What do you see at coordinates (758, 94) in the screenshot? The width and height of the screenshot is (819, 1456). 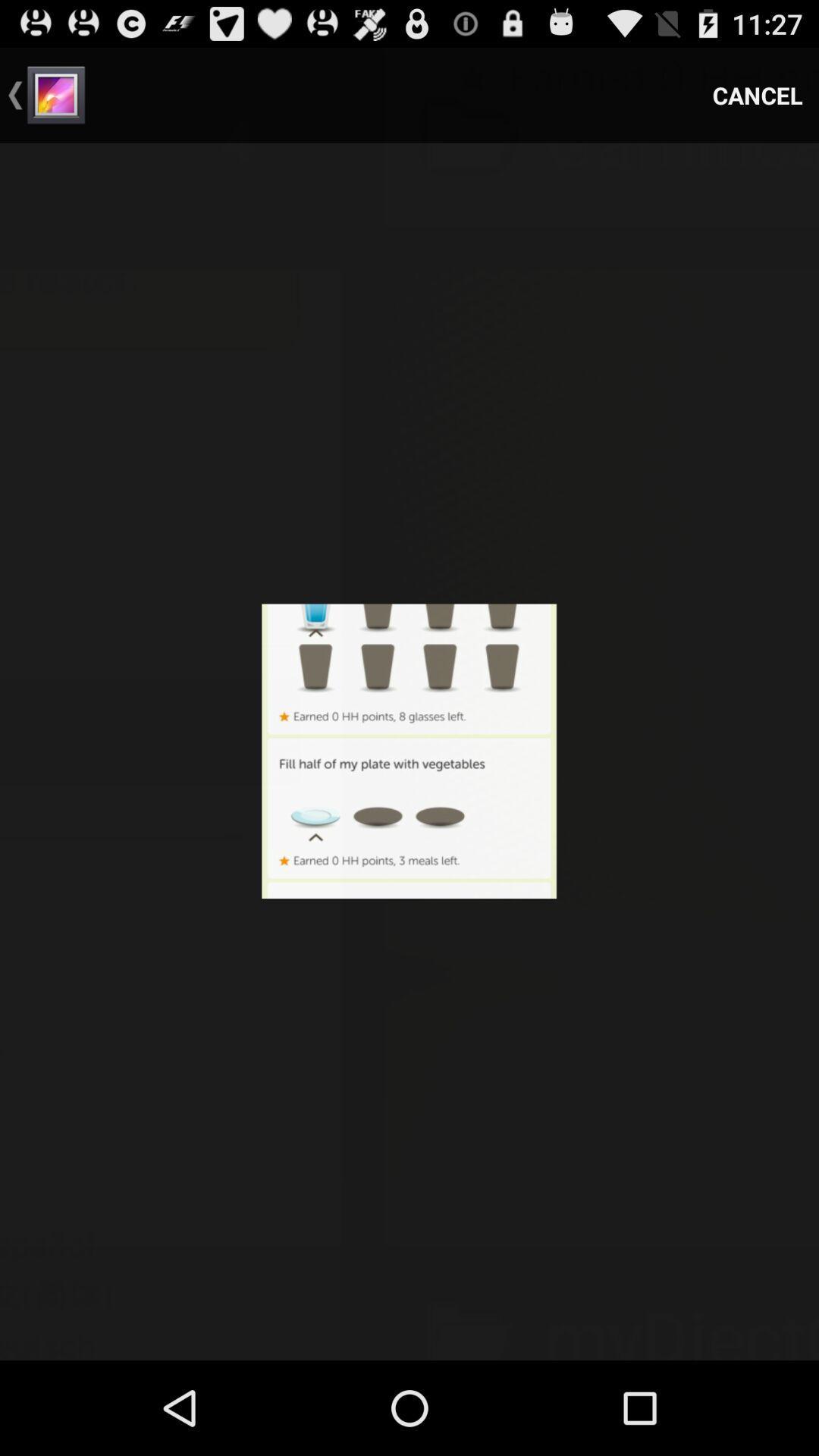 I see `cancel item` at bounding box center [758, 94].